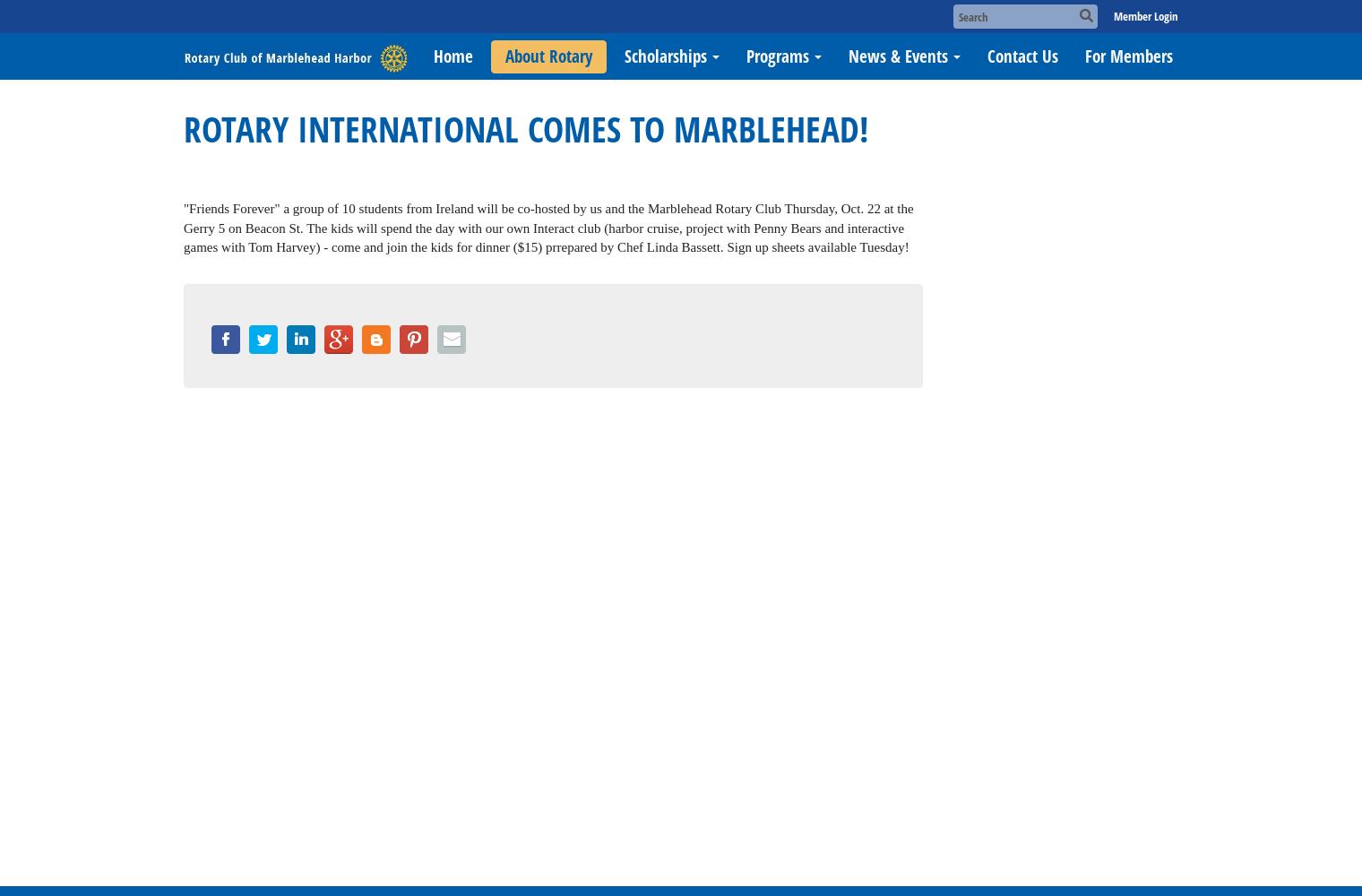 This screenshot has width=1362, height=896. I want to click on 'ROTARY INTERNATIONAL COMES TO MARBLEHEAD!', so click(525, 128).